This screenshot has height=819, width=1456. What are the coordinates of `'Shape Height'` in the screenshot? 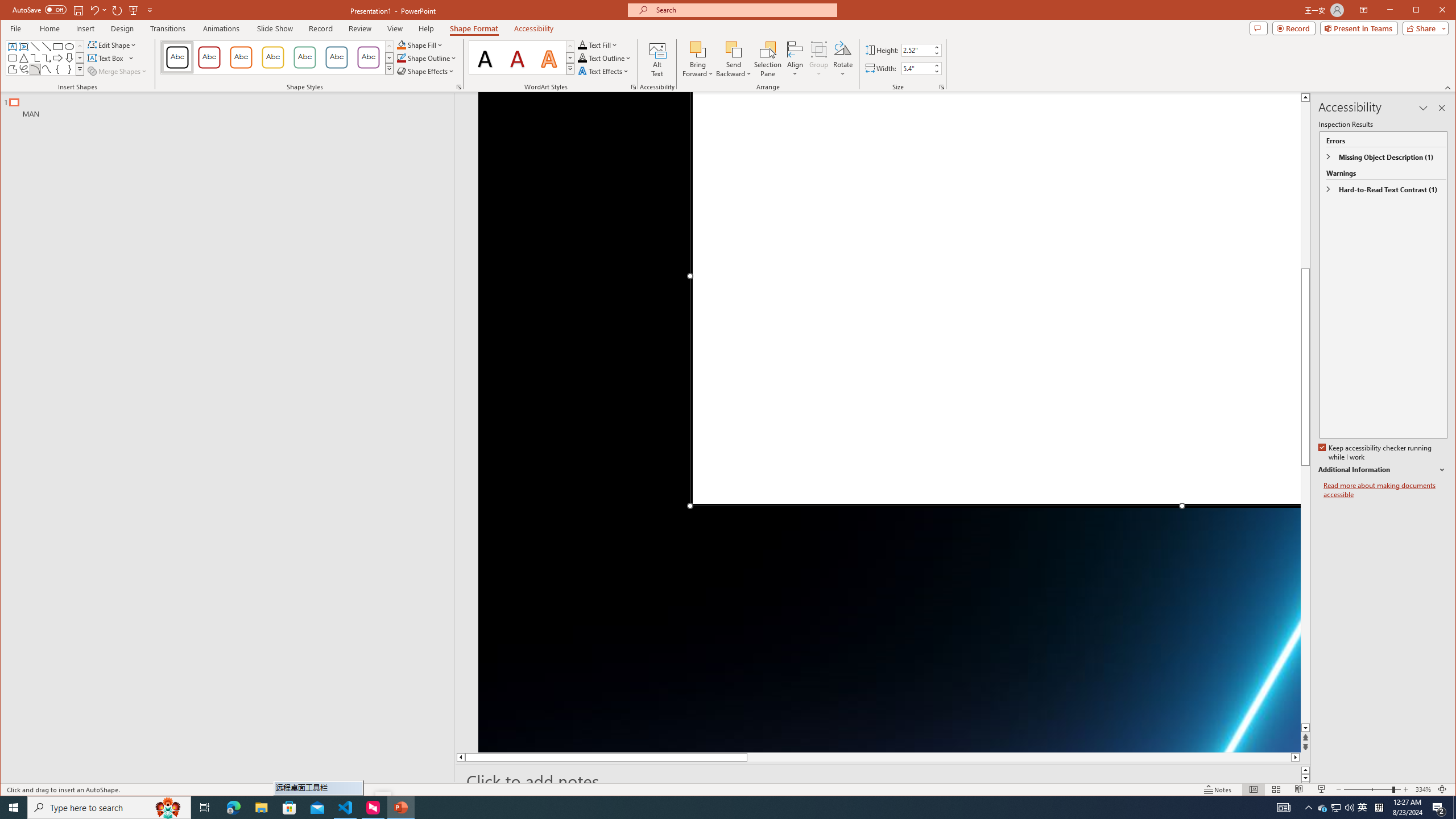 It's located at (916, 50).